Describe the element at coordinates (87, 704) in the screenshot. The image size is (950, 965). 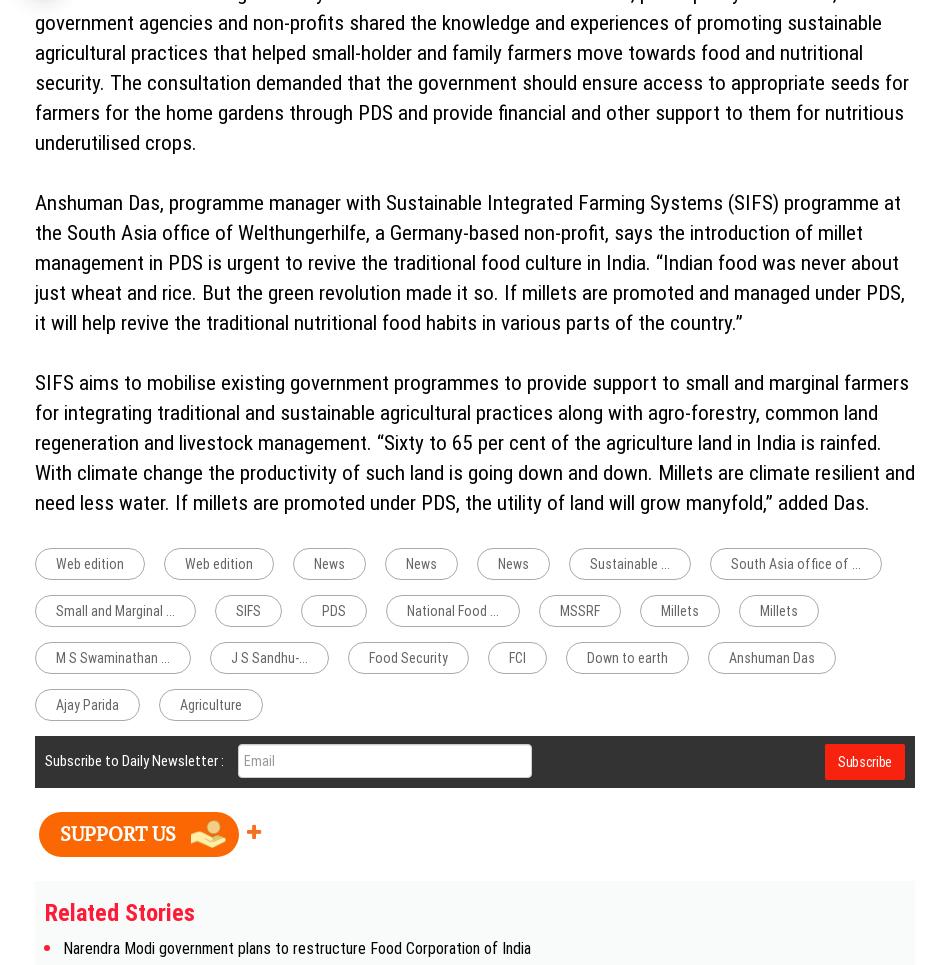
I see `'Ajay Parida'` at that location.